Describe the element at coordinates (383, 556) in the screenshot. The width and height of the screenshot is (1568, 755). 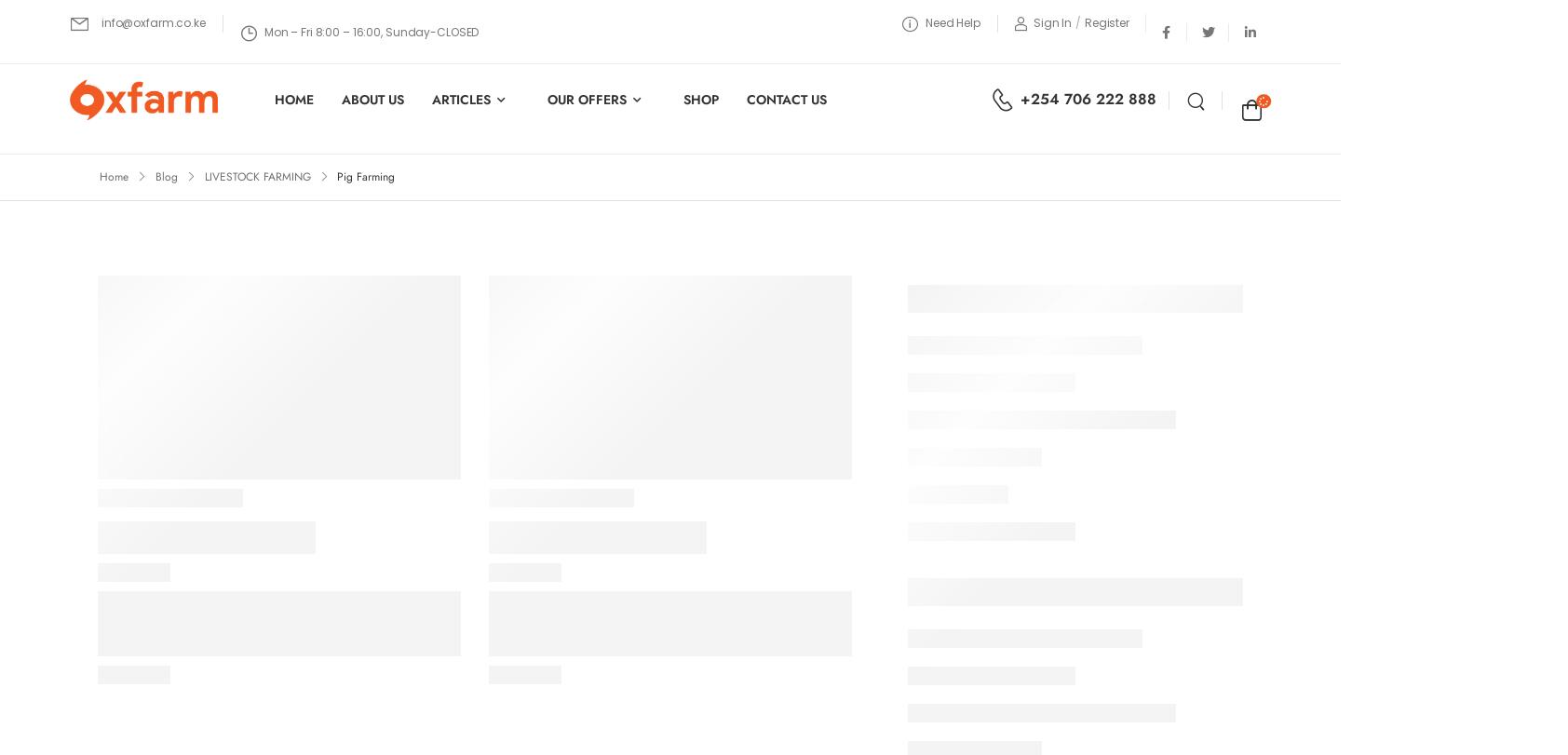
I see `'Ridgeways, Kigwa Road'` at that location.